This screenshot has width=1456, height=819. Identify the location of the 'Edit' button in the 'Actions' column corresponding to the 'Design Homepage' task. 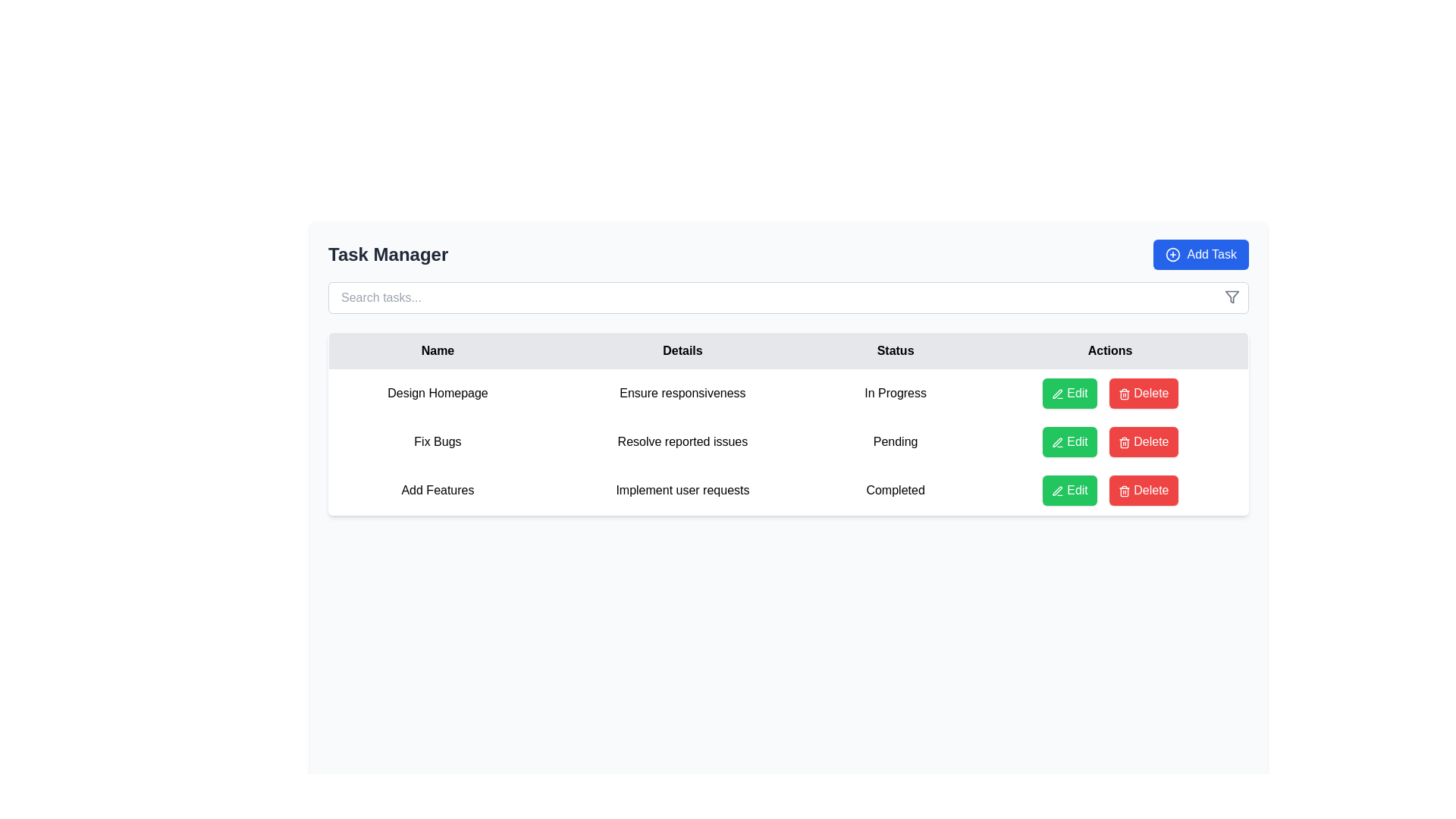
(1068, 393).